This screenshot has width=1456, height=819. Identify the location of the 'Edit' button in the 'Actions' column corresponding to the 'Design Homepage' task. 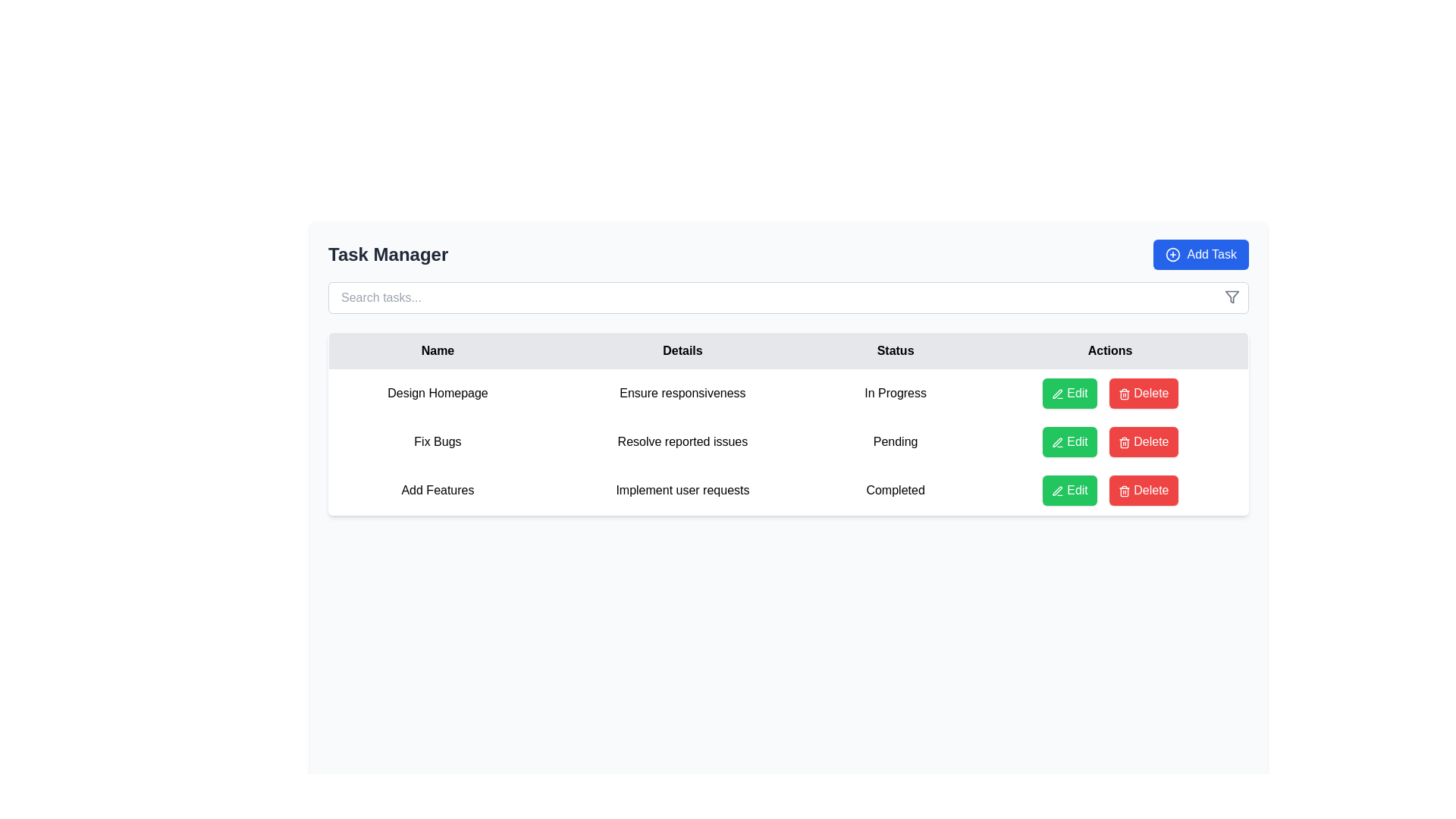
(1068, 393).